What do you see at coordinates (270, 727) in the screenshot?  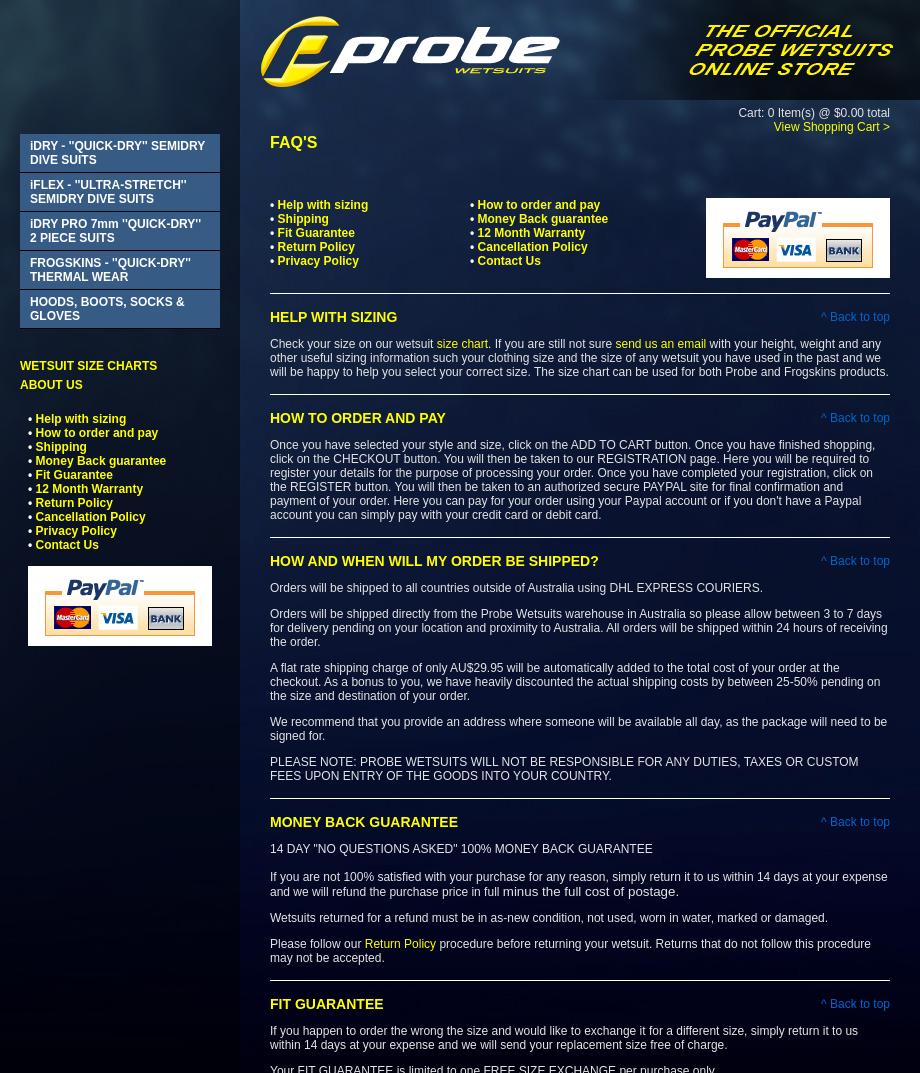 I see `'We recommend that you provide an address where someone will be available all day, as the package will need to be signed for.'` at bounding box center [270, 727].